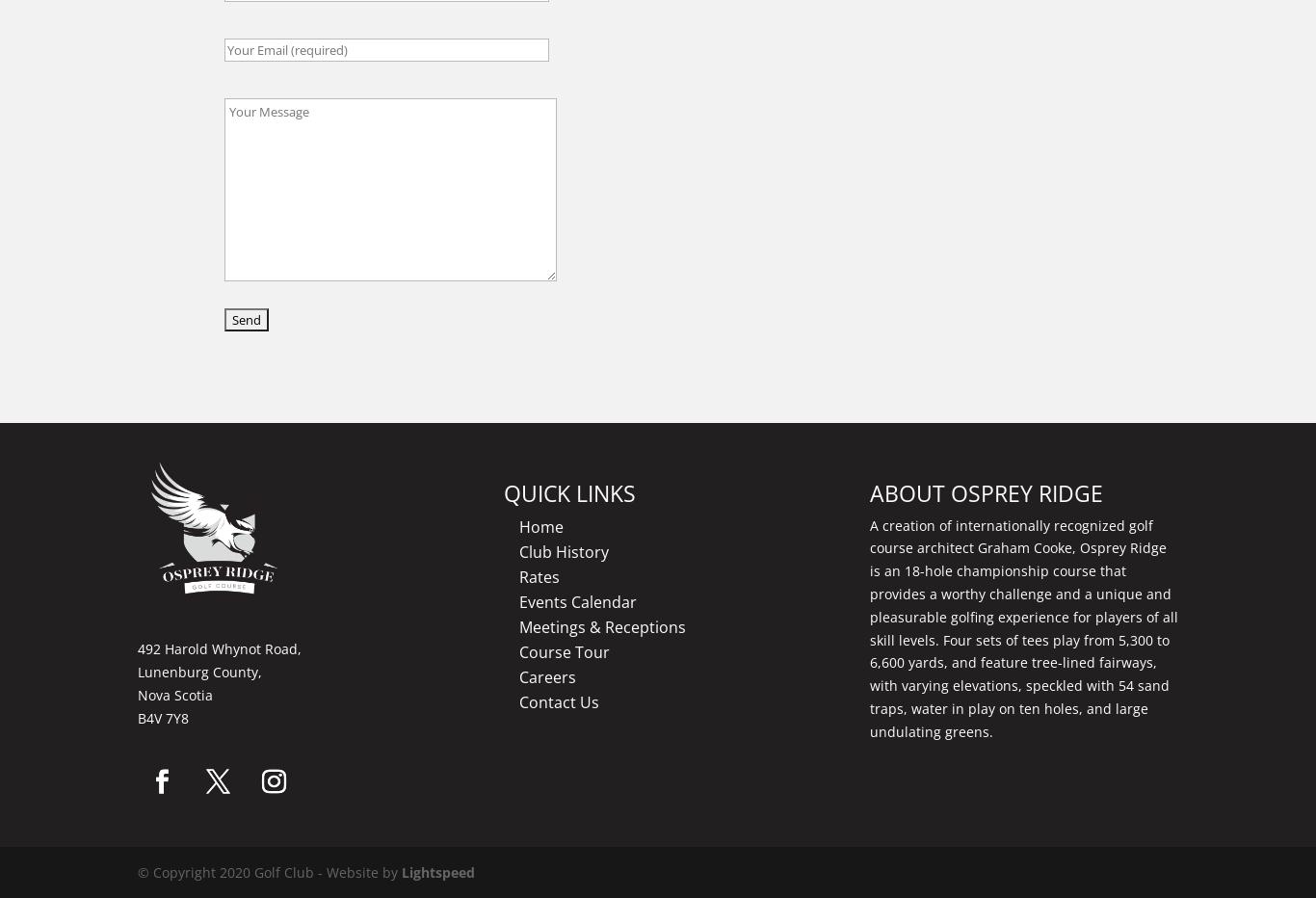 The image size is (1316, 898). I want to click on 'ABOUT OSPREY RIDGE', so click(867, 491).